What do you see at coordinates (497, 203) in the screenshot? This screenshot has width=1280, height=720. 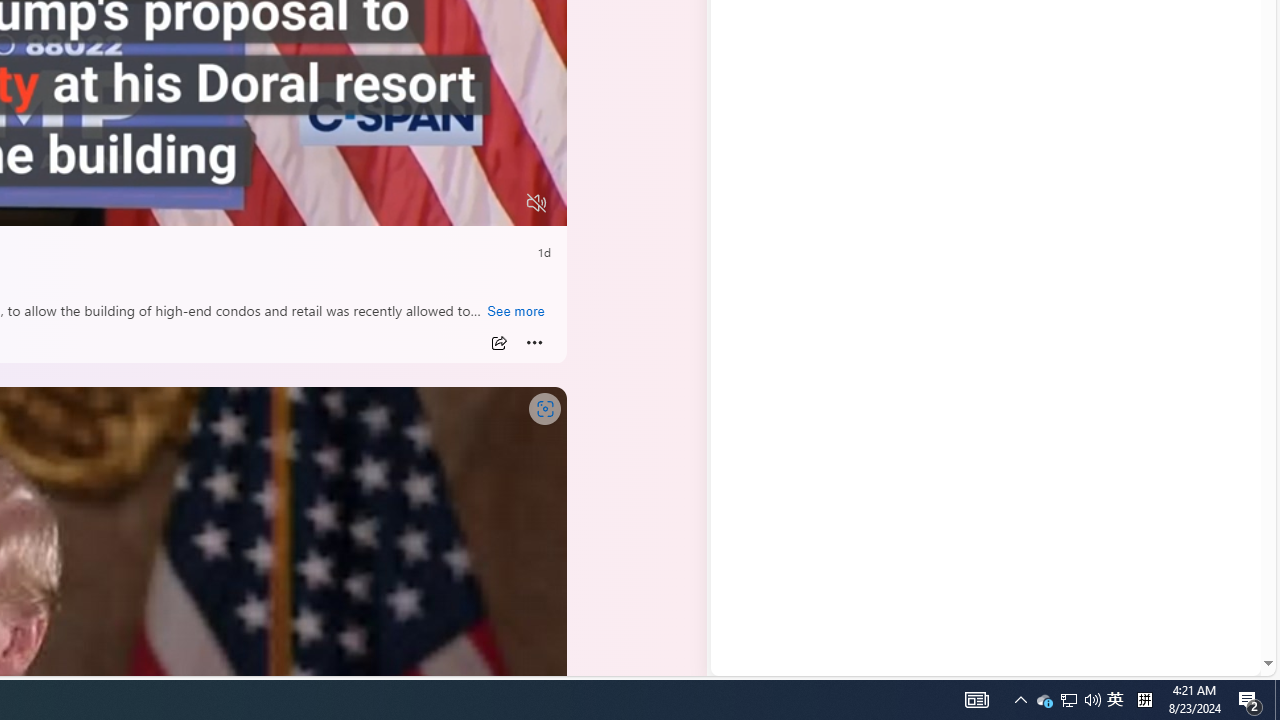 I see `'Fullscreen'` at bounding box center [497, 203].